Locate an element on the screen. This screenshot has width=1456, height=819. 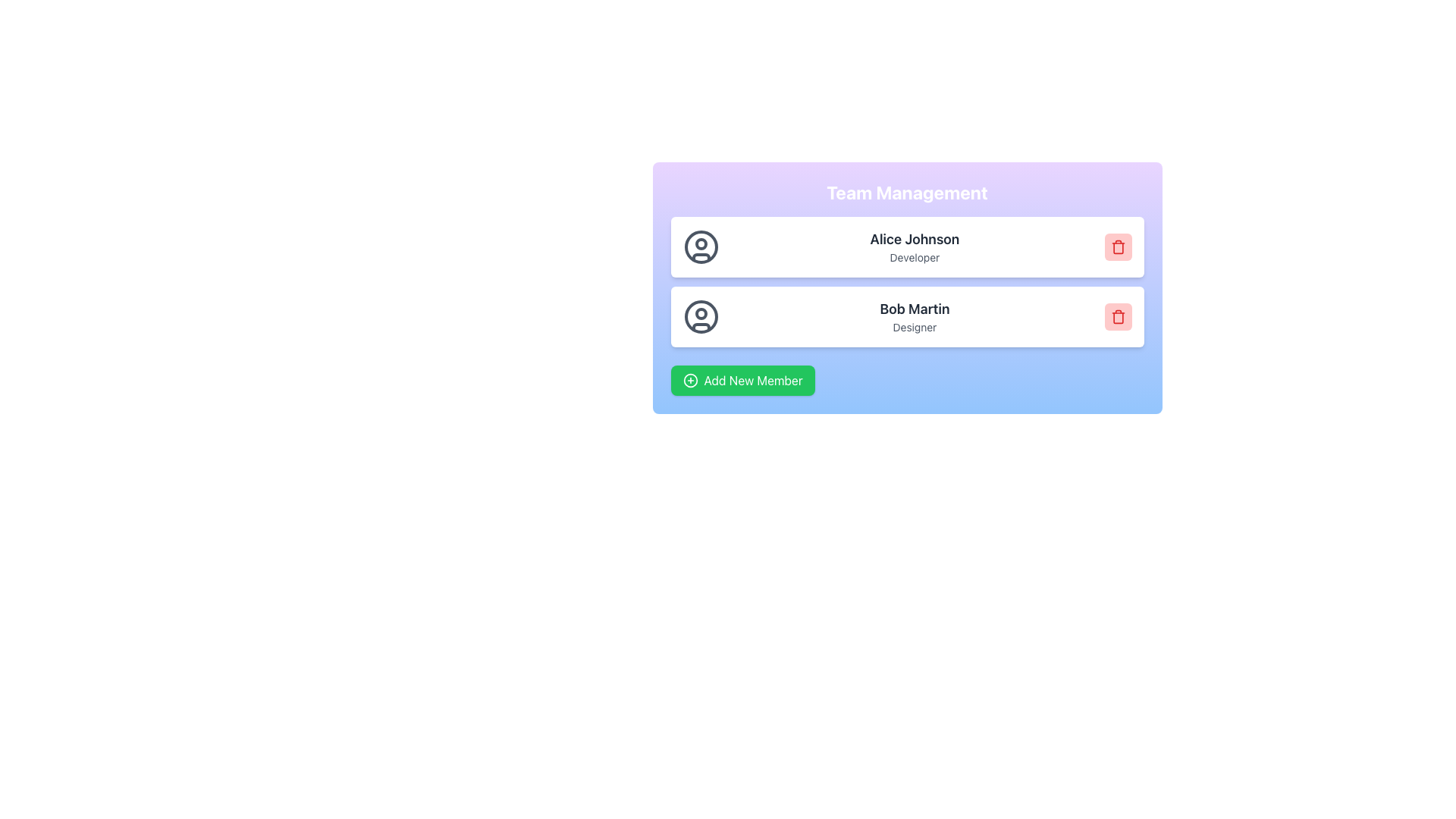
the decorative graphical element of the user profile icon representing Bob Martin, located on the left side of the second row in the team management card is located at coordinates (700, 315).